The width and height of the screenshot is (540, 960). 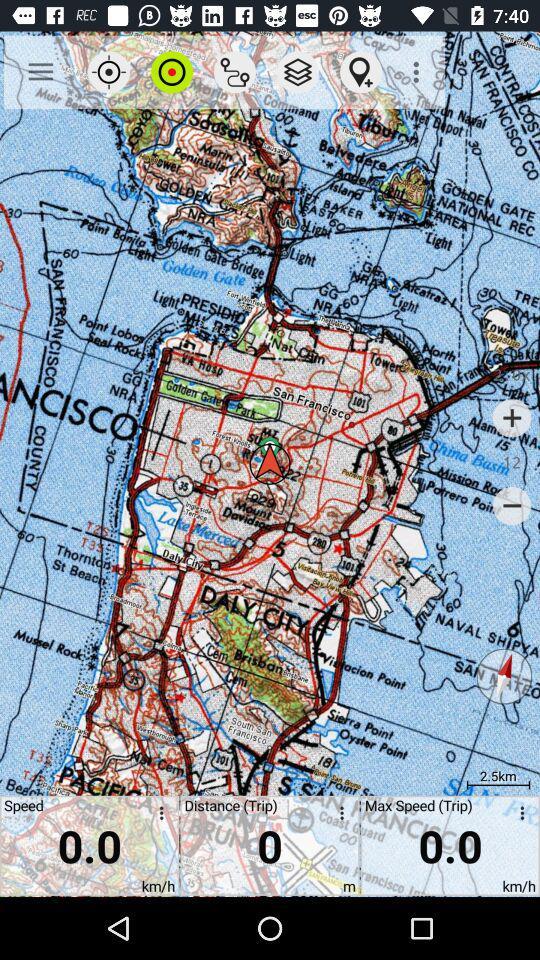 What do you see at coordinates (337, 816) in the screenshot?
I see `the more icon` at bounding box center [337, 816].